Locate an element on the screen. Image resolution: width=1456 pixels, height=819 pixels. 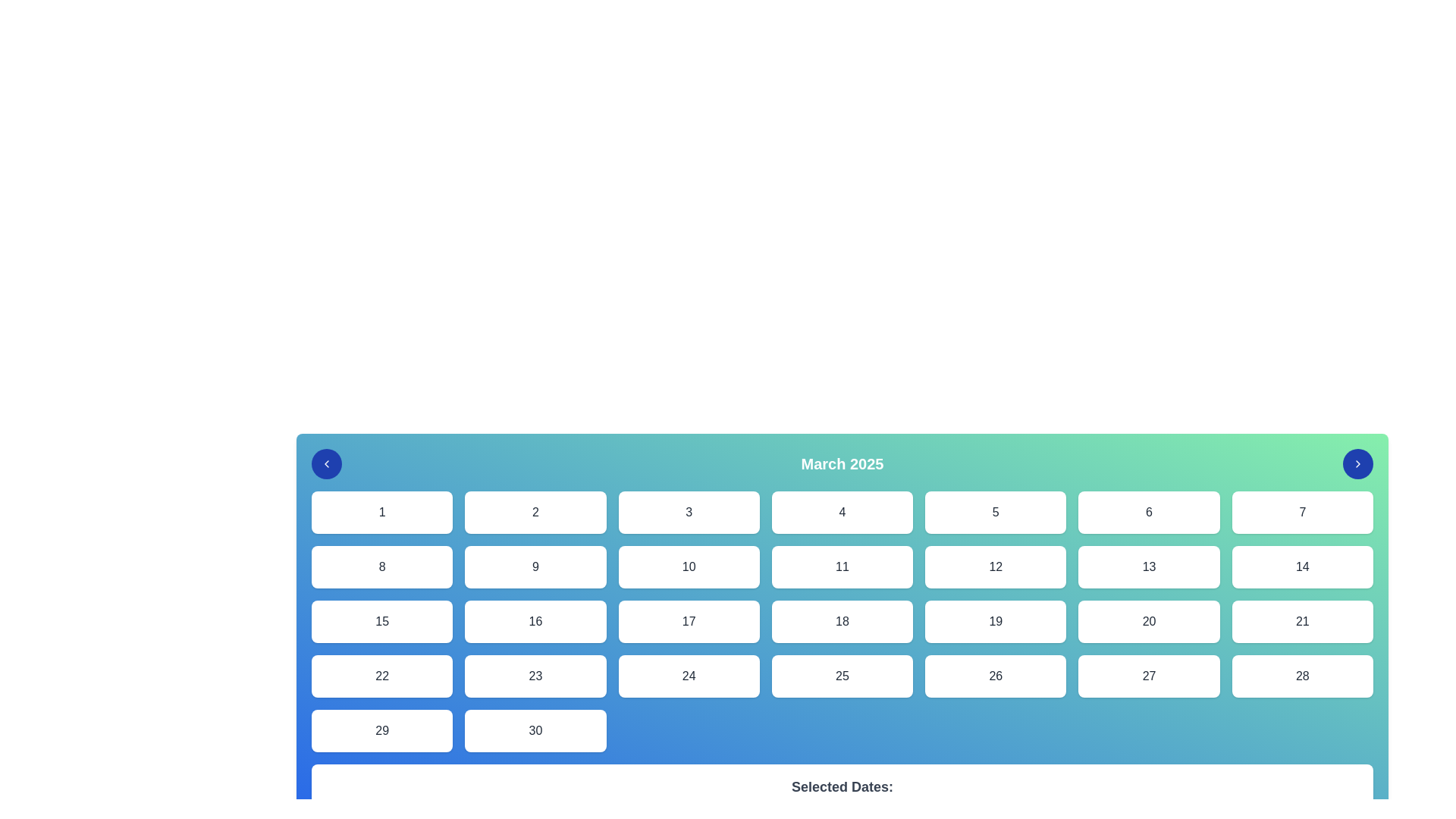
the bold text label that reads 'Selected Dates:' which is positioned at the bottom of the interface, directly below the calendar grid is located at coordinates (841, 786).